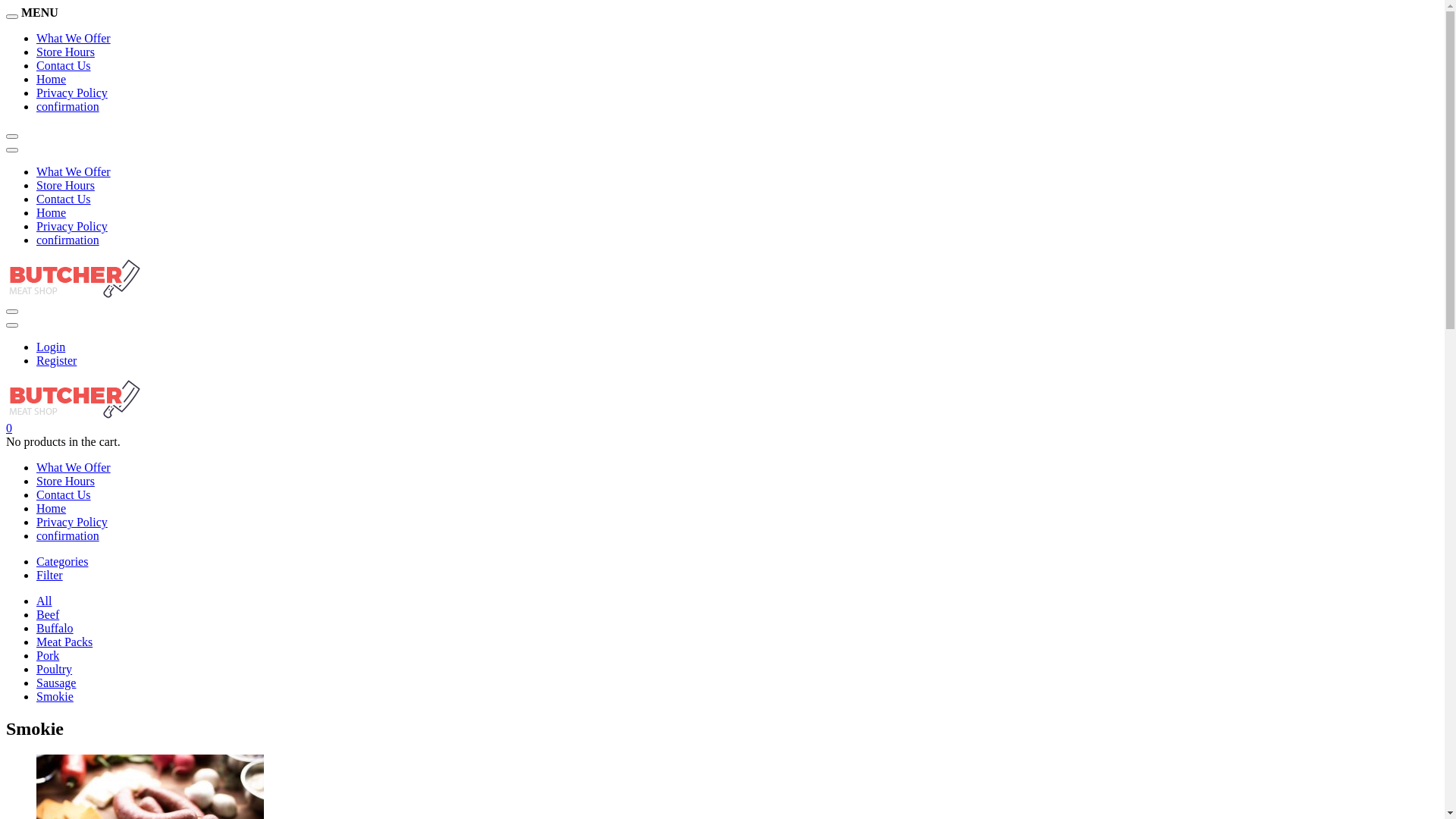 This screenshot has width=1456, height=819. I want to click on 'confirmation', so click(67, 239).